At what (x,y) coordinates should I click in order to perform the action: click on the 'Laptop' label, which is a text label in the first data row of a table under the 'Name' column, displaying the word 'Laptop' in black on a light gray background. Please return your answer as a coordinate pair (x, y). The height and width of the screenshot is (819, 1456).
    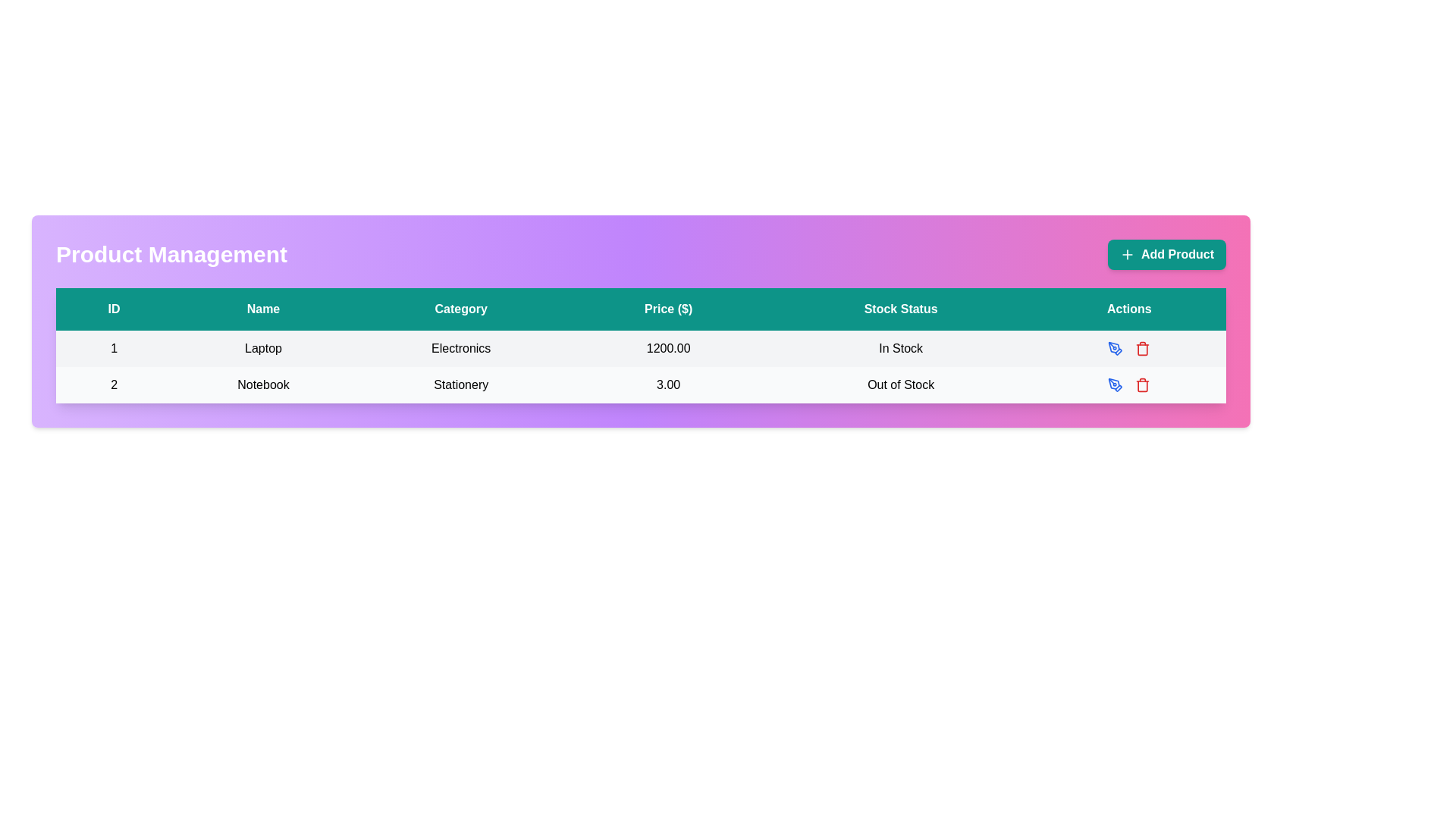
    Looking at the image, I should click on (263, 348).